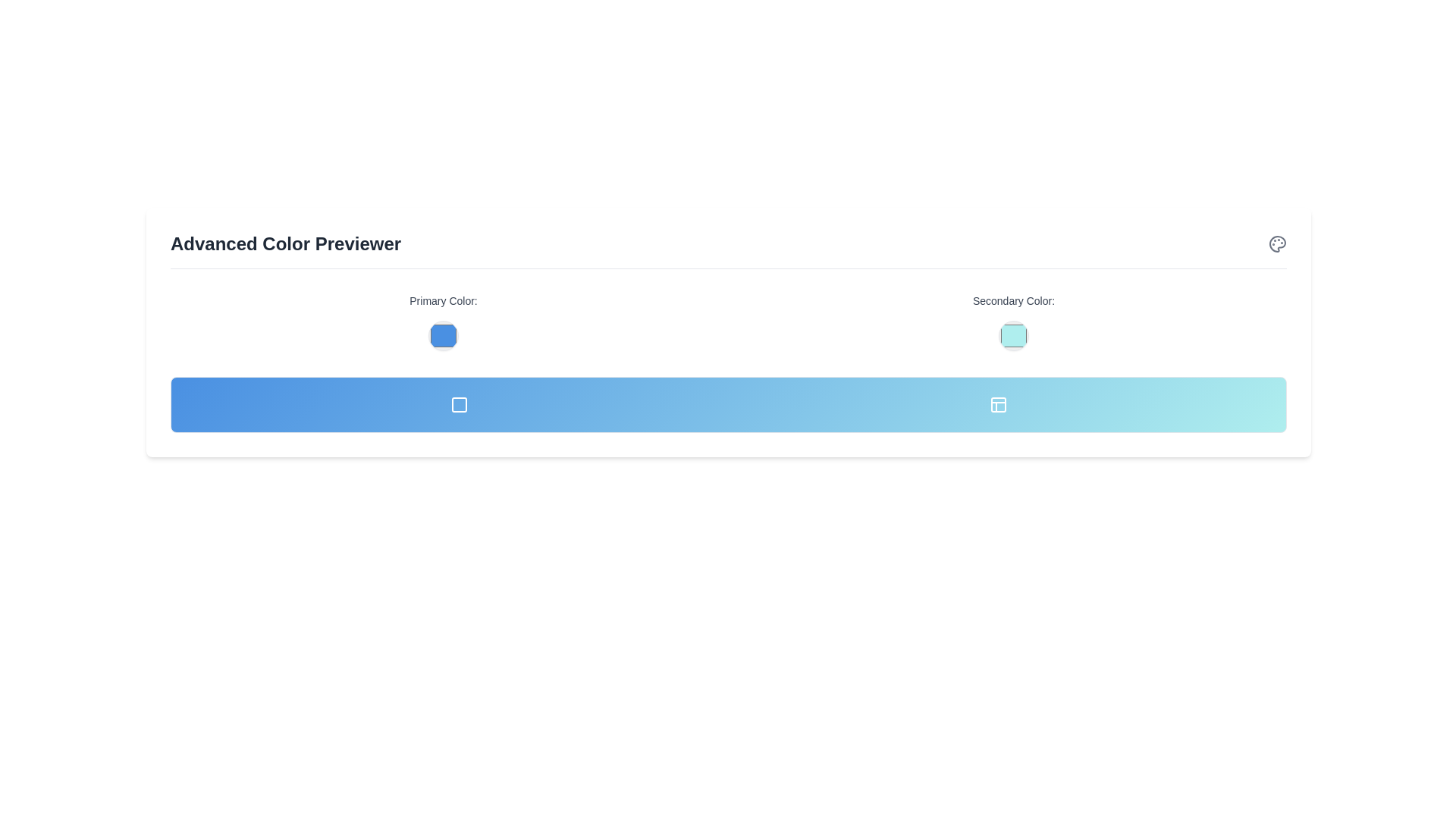 The image size is (1456, 819). What do you see at coordinates (443, 322) in the screenshot?
I see `the circular color well with a blue fill (#4a90e2) located in the 'Primary Color' section` at bounding box center [443, 322].